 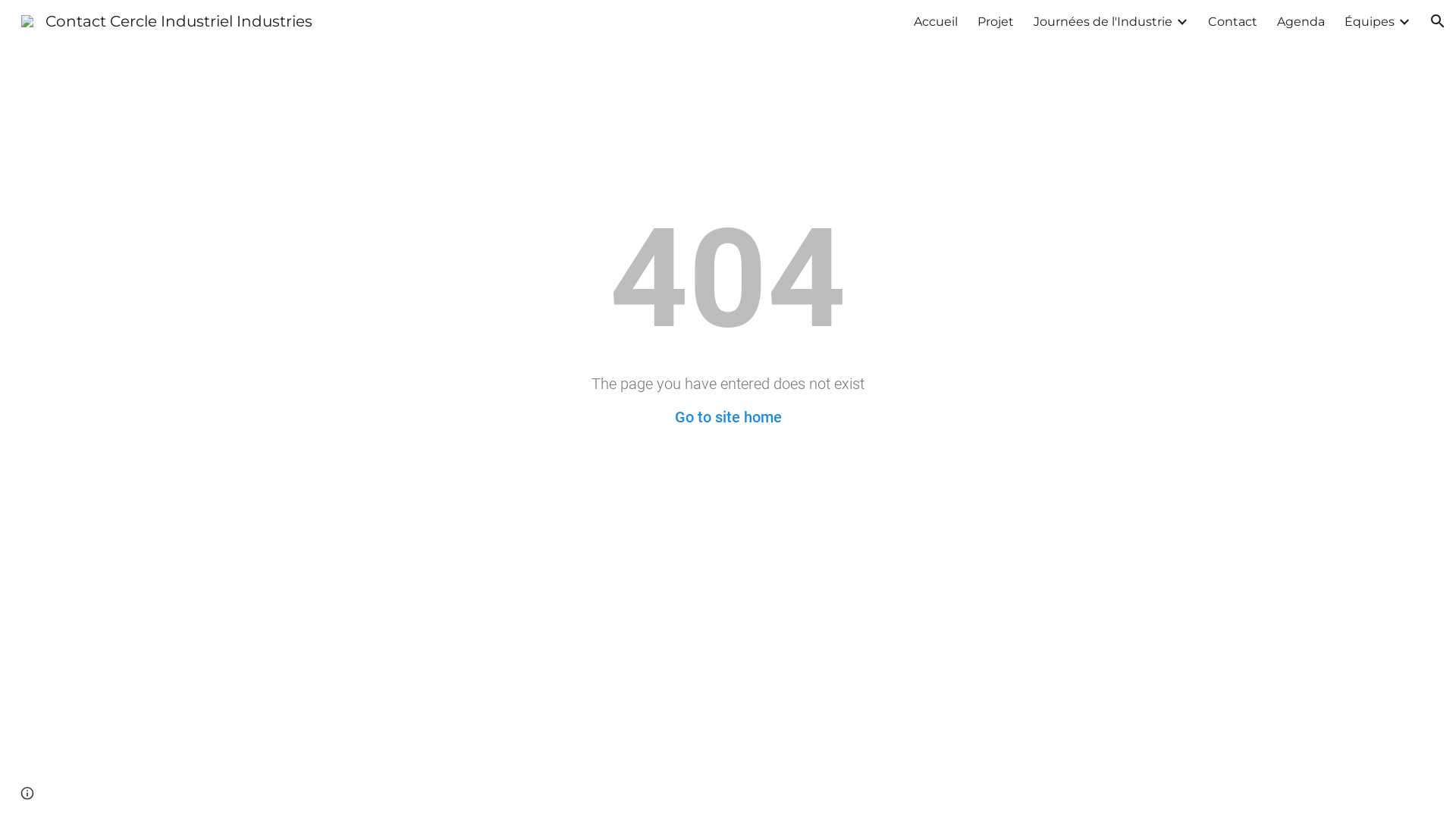 What do you see at coordinates (1181, 20) in the screenshot?
I see `'Expand/Collapse'` at bounding box center [1181, 20].